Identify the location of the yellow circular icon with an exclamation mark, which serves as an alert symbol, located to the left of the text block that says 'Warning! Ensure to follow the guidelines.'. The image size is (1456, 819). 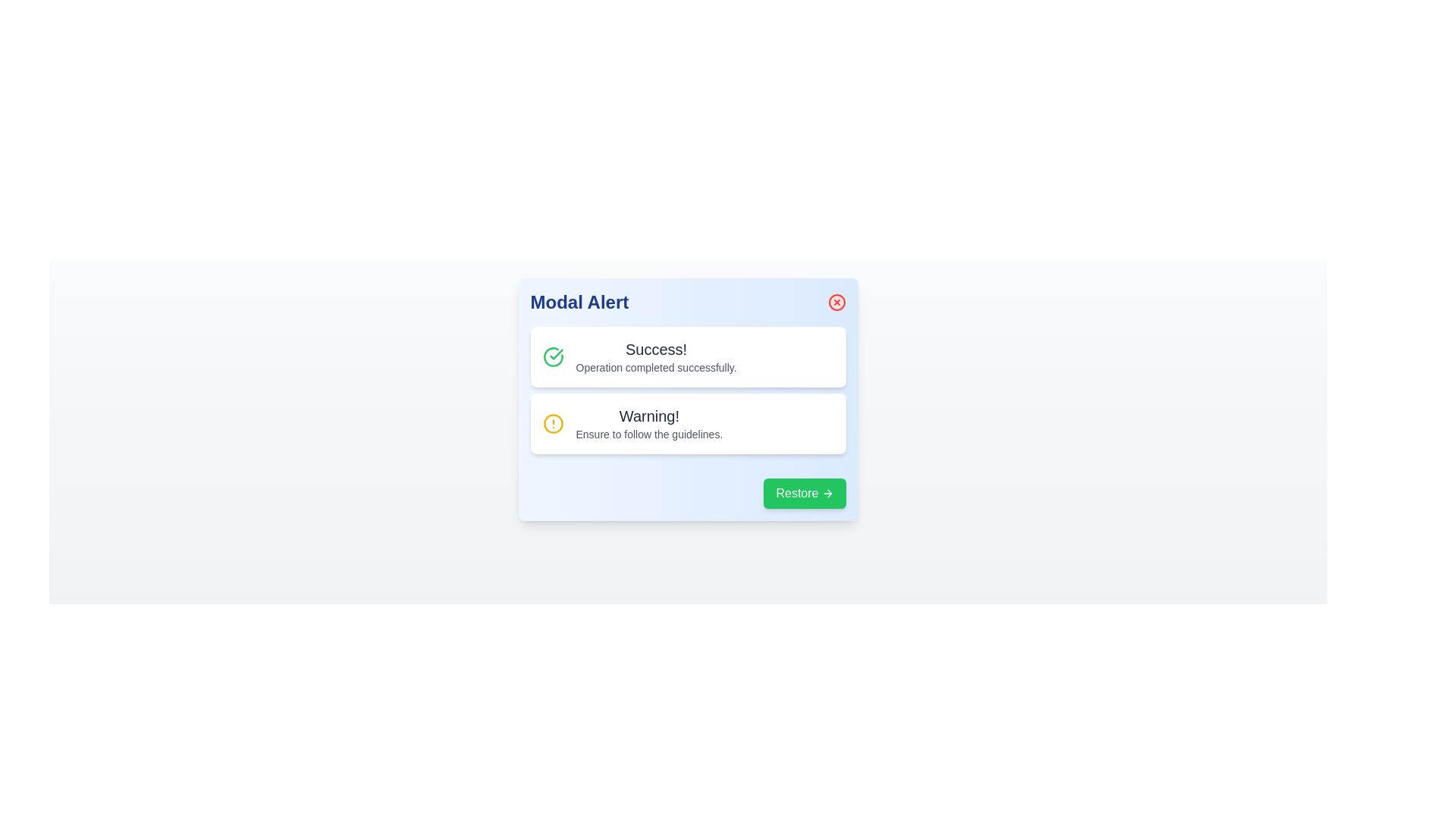
(552, 424).